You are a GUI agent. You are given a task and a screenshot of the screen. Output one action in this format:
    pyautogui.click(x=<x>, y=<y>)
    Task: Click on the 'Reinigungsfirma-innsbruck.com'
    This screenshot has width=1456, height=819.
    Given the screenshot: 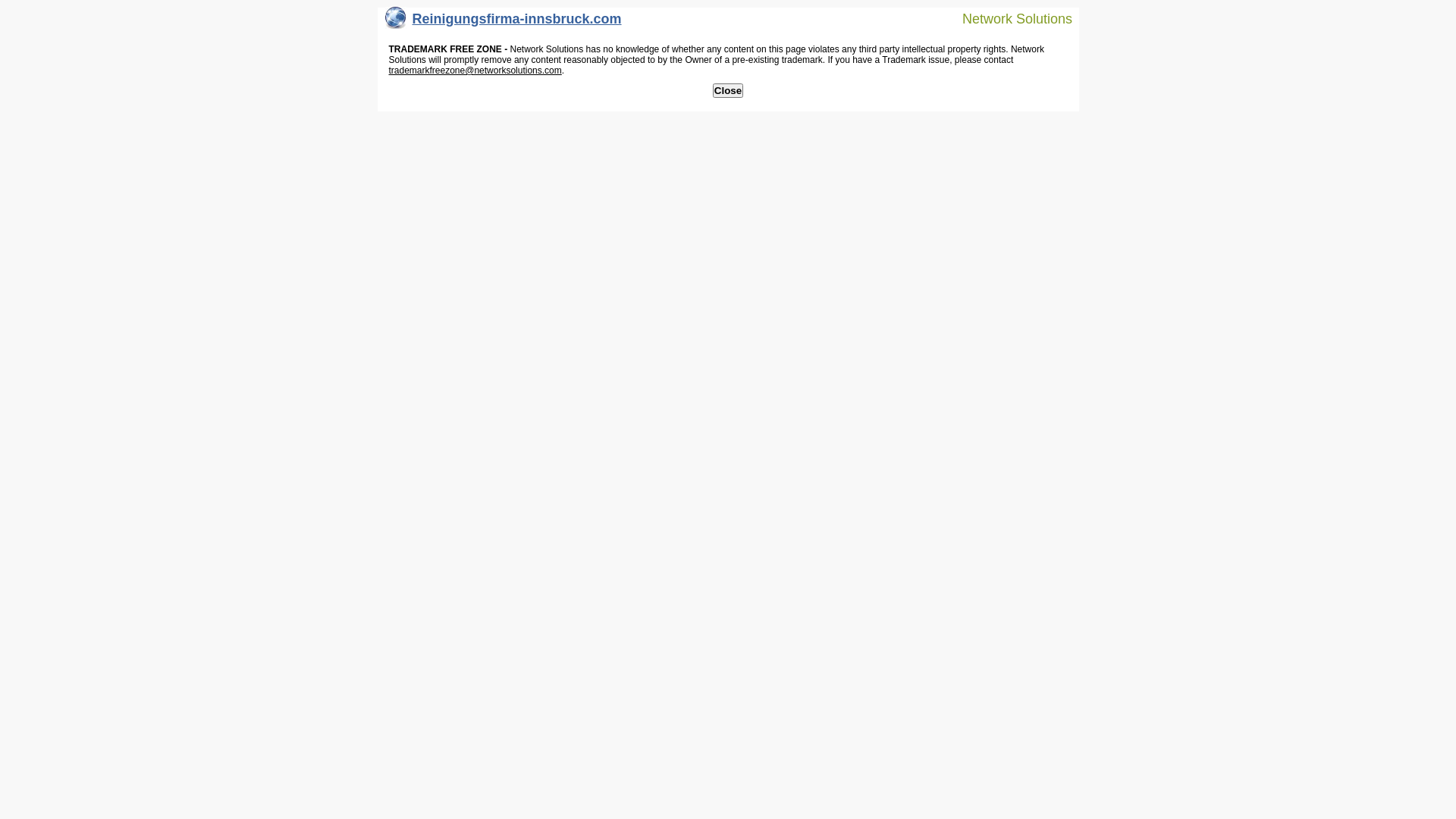 What is the action you would take?
    pyautogui.click(x=503, y=22)
    